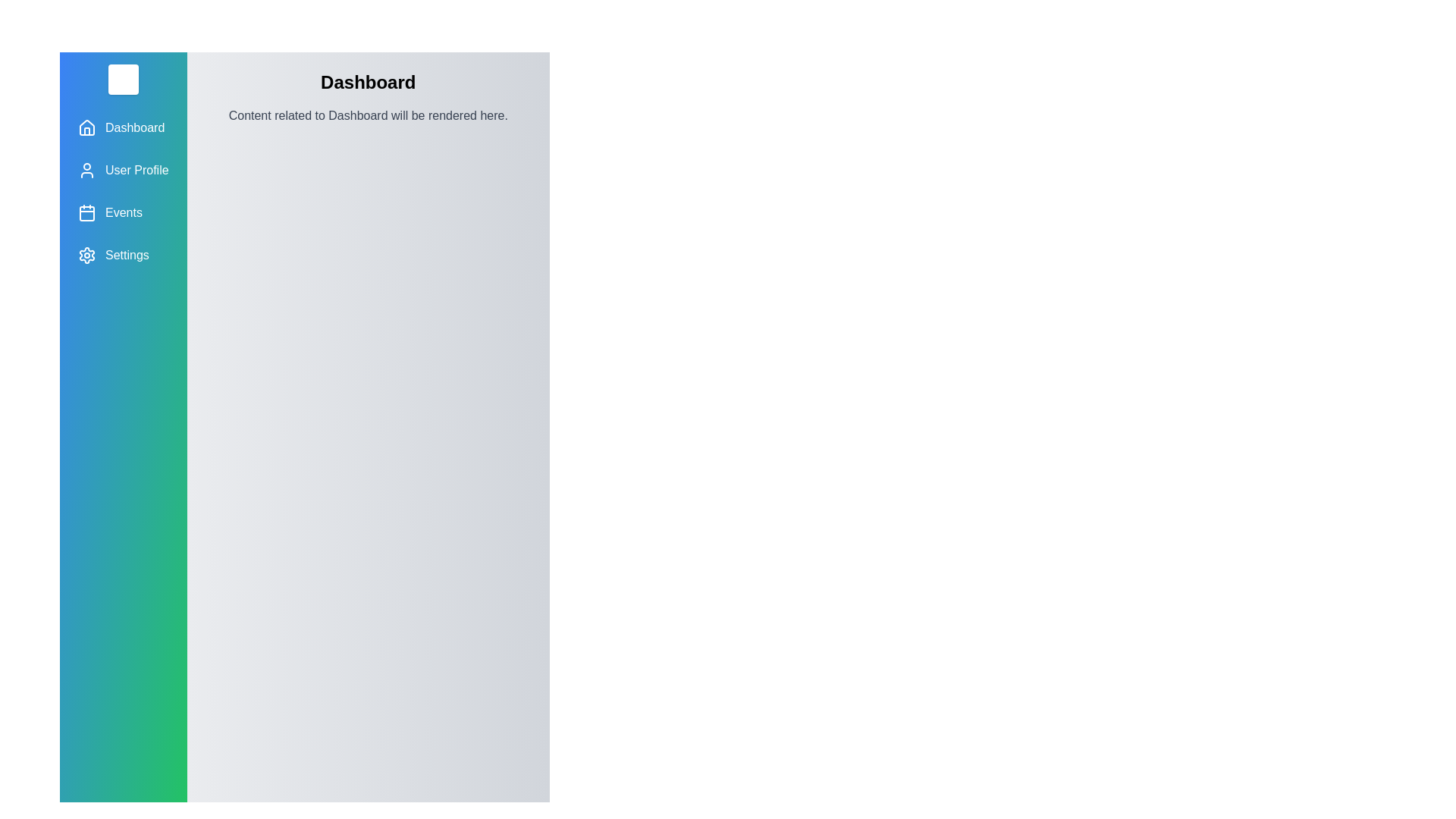 The image size is (1456, 819). I want to click on the Events tab from the sidebar, so click(123, 213).